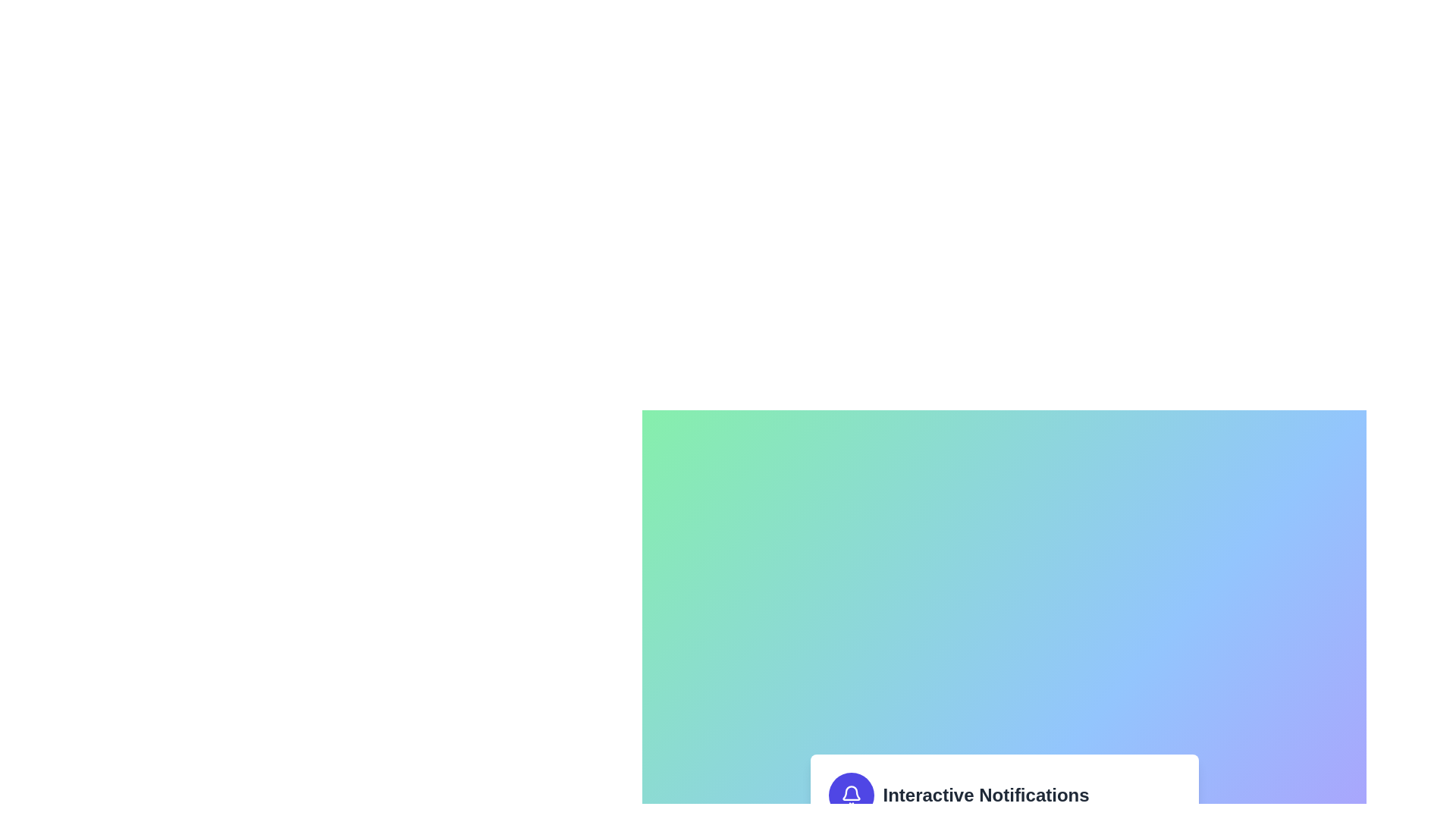 This screenshot has height=819, width=1456. Describe the element at coordinates (986, 795) in the screenshot. I see `the static text element styled as a heading with the words 'Interactive Notifications', which is prominently displayed in a large bold font at the bottom of the page` at that location.